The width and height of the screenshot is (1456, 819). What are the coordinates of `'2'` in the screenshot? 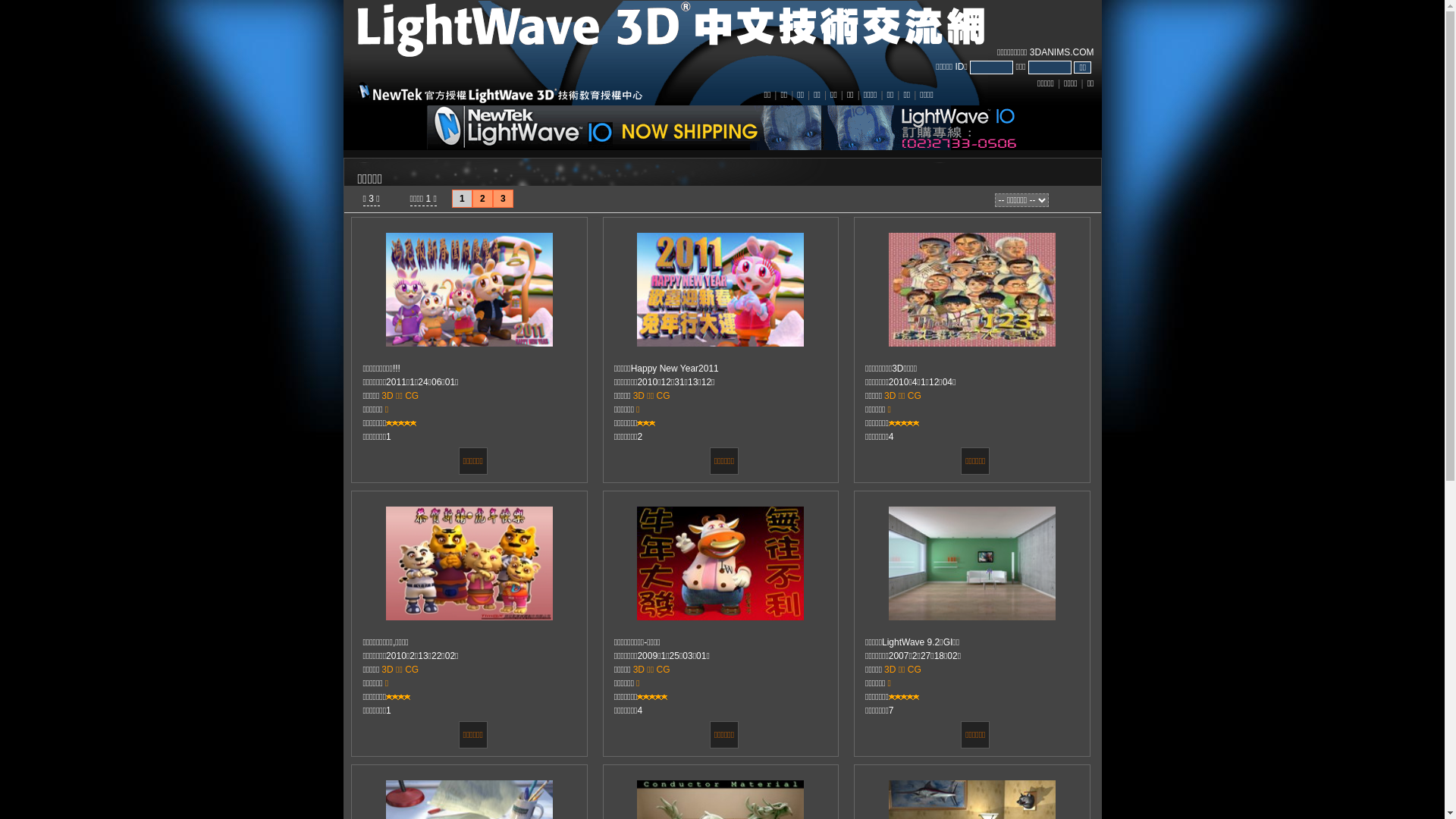 It's located at (482, 198).